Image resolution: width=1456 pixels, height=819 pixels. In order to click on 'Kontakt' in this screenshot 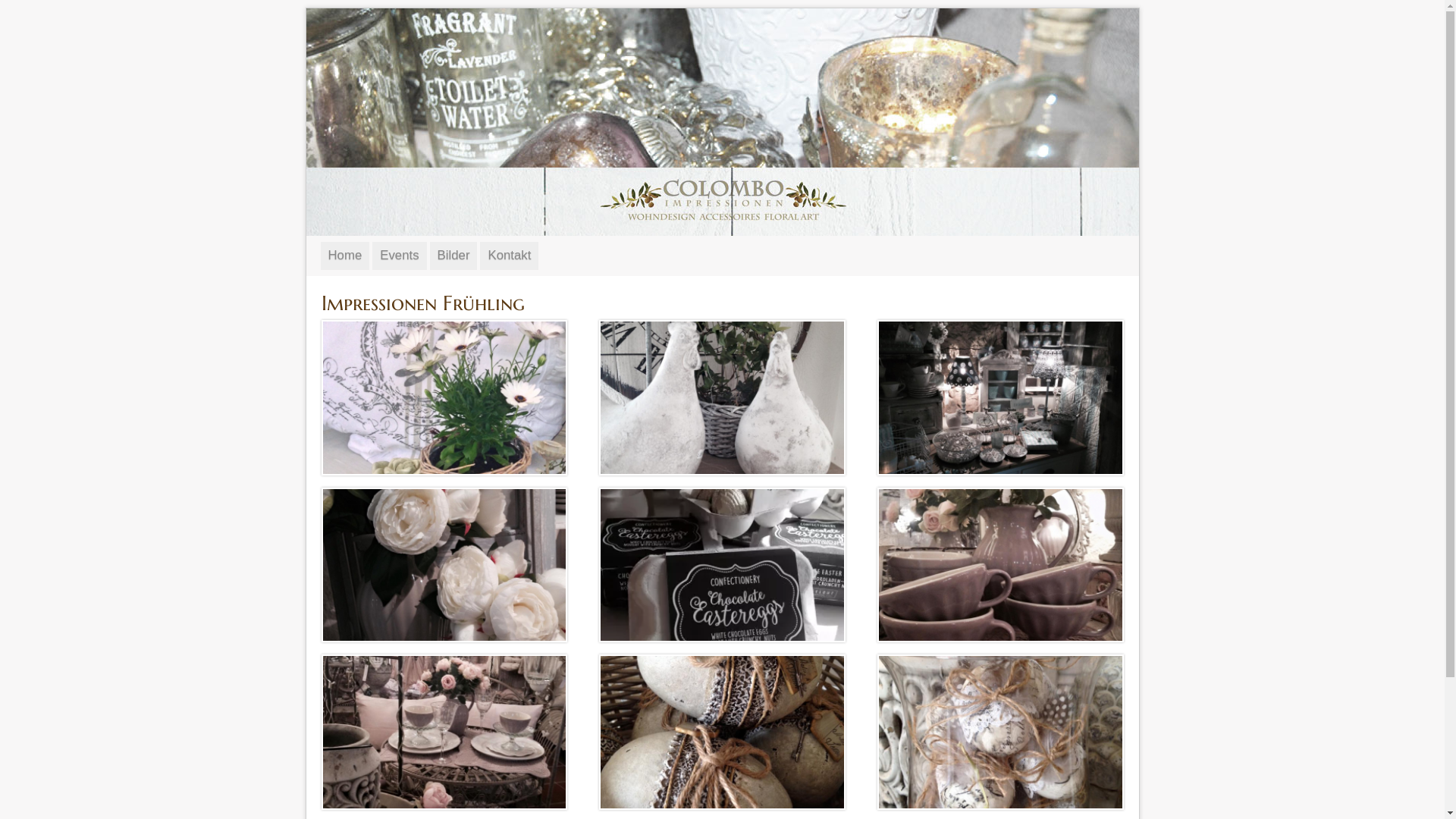, I will do `click(509, 255)`.